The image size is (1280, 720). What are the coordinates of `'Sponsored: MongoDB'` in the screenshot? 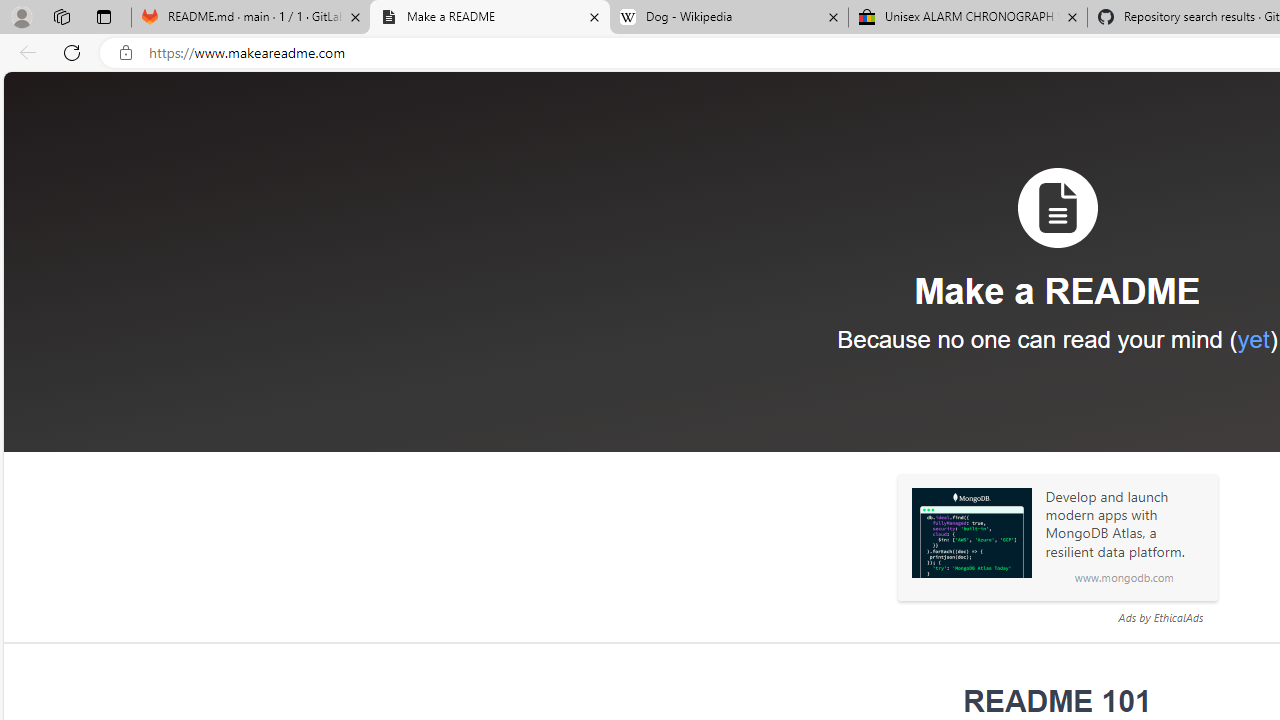 It's located at (971, 532).